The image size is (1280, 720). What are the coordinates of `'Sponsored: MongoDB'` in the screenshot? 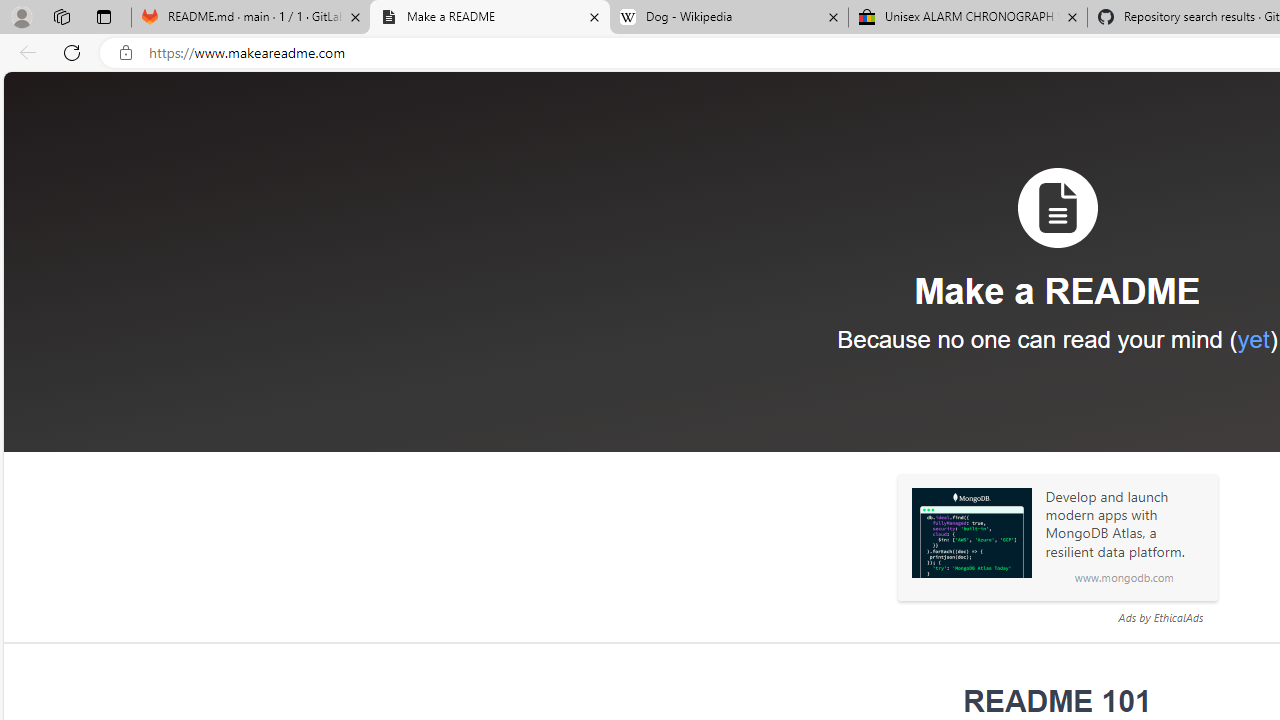 It's located at (971, 532).